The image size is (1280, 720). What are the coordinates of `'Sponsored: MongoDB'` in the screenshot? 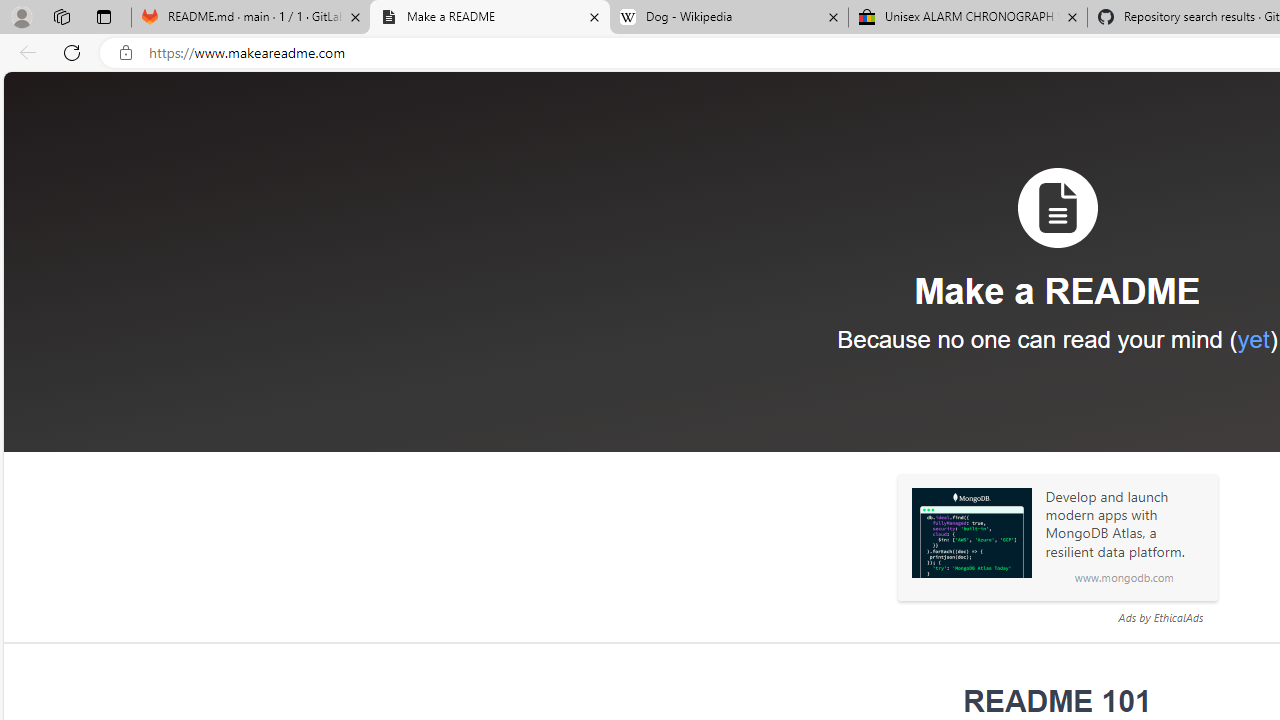 It's located at (971, 532).